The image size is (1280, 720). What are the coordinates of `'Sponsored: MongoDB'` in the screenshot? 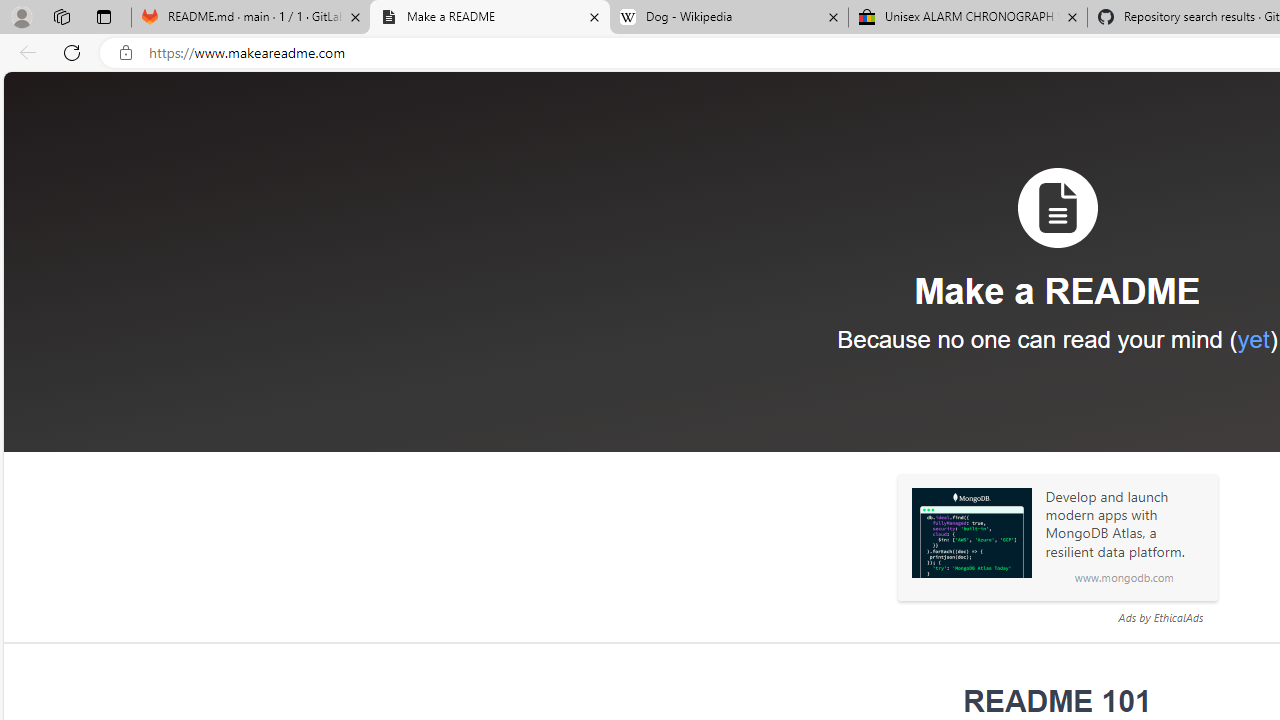 It's located at (971, 532).